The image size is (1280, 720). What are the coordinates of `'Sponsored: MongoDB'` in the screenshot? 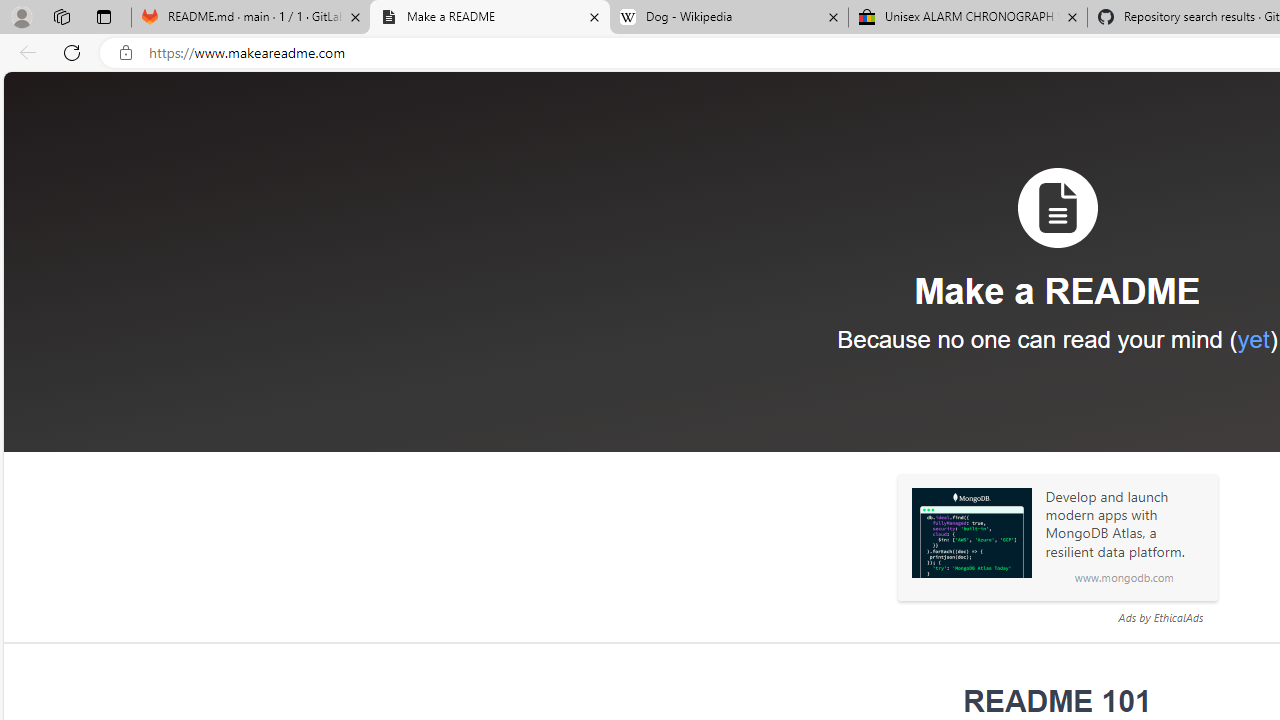 It's located at (971, 532).